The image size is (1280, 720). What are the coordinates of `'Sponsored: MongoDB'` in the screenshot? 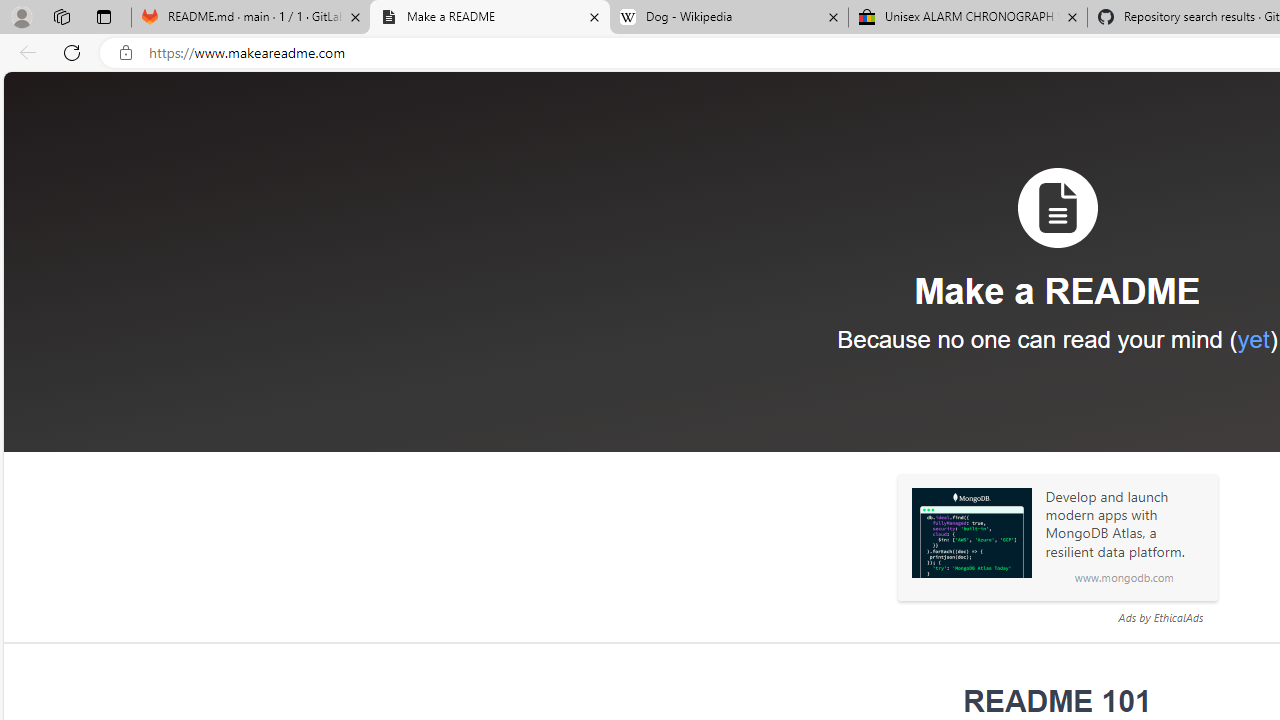 It's located at (971, 532).